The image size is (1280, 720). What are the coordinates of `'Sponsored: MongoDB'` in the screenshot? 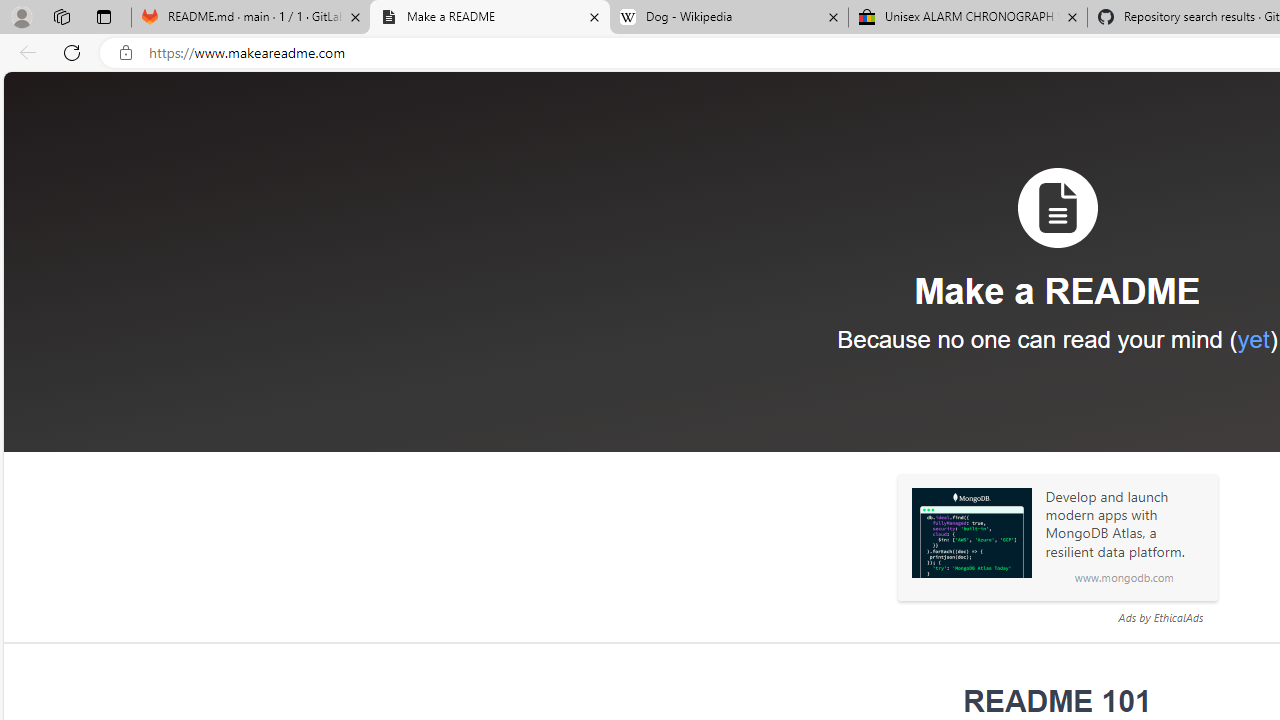 It's located at (971, 532).